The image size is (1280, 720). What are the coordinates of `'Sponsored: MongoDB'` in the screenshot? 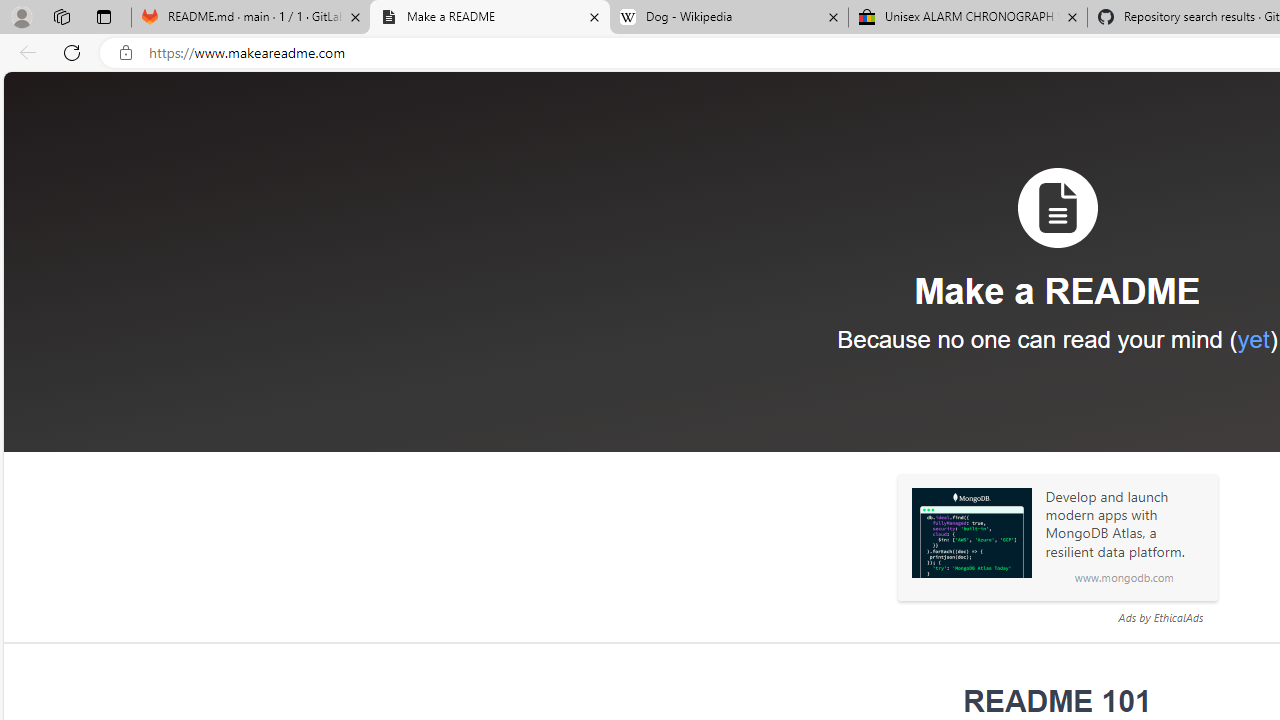 It's located at (971, 532).